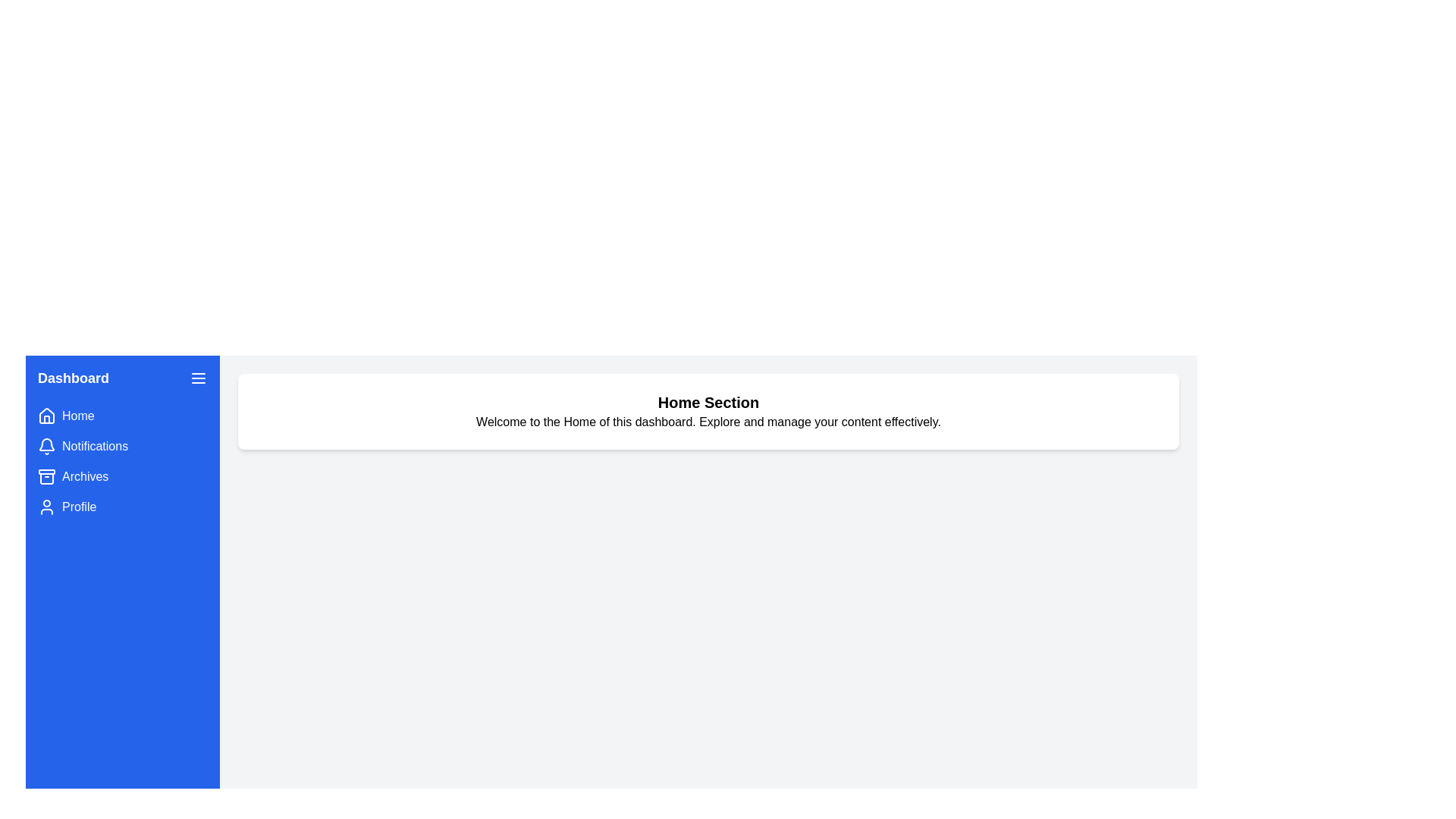  What do you see at coordinates (47, 416) in the screenshot?
I see `the house/home icon located in the left-hand vertical navigation bar` at bounding box center [47, 416].